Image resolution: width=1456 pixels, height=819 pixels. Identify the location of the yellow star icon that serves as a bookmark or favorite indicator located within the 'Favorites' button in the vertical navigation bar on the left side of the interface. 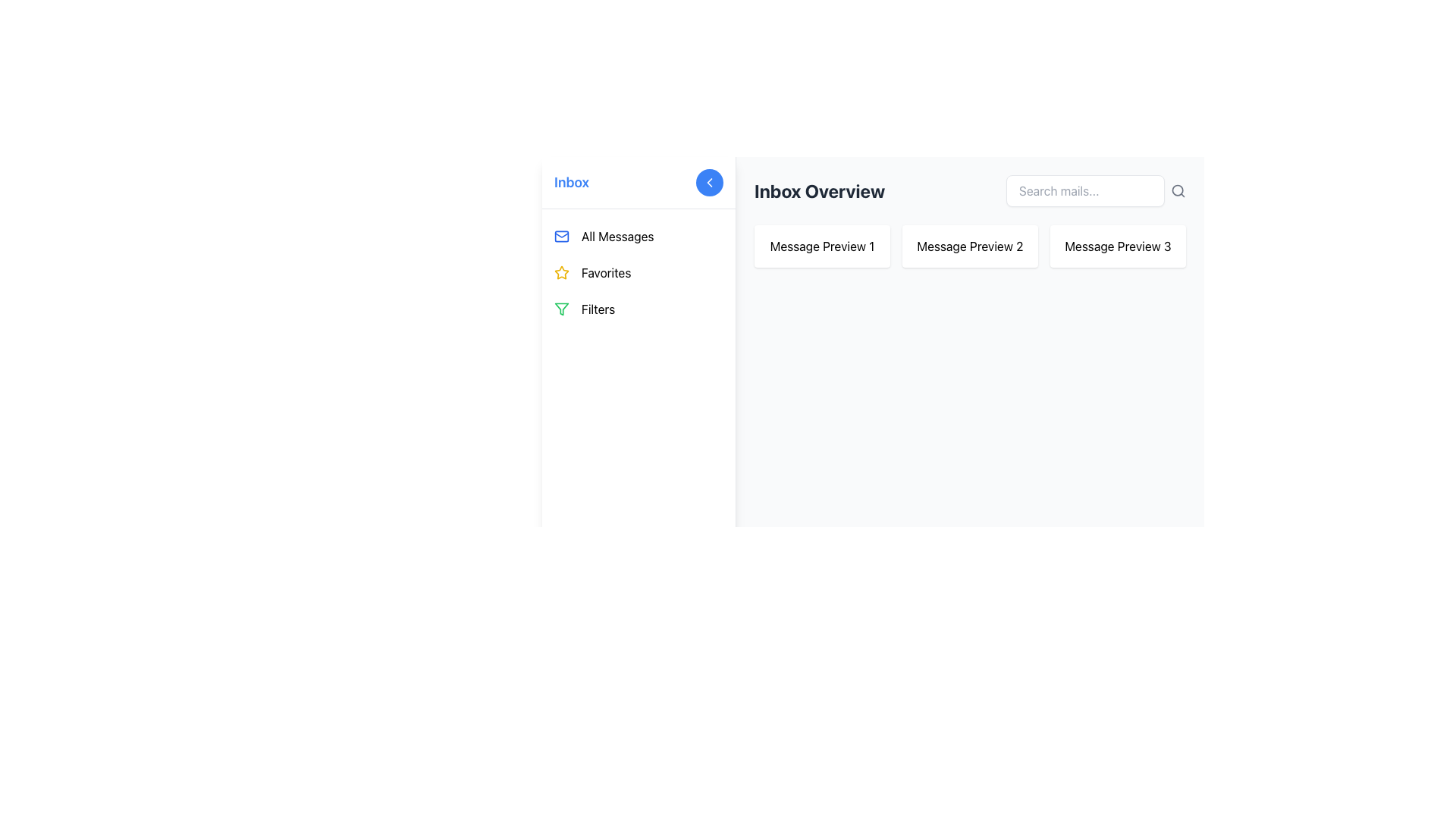
(560, 271).